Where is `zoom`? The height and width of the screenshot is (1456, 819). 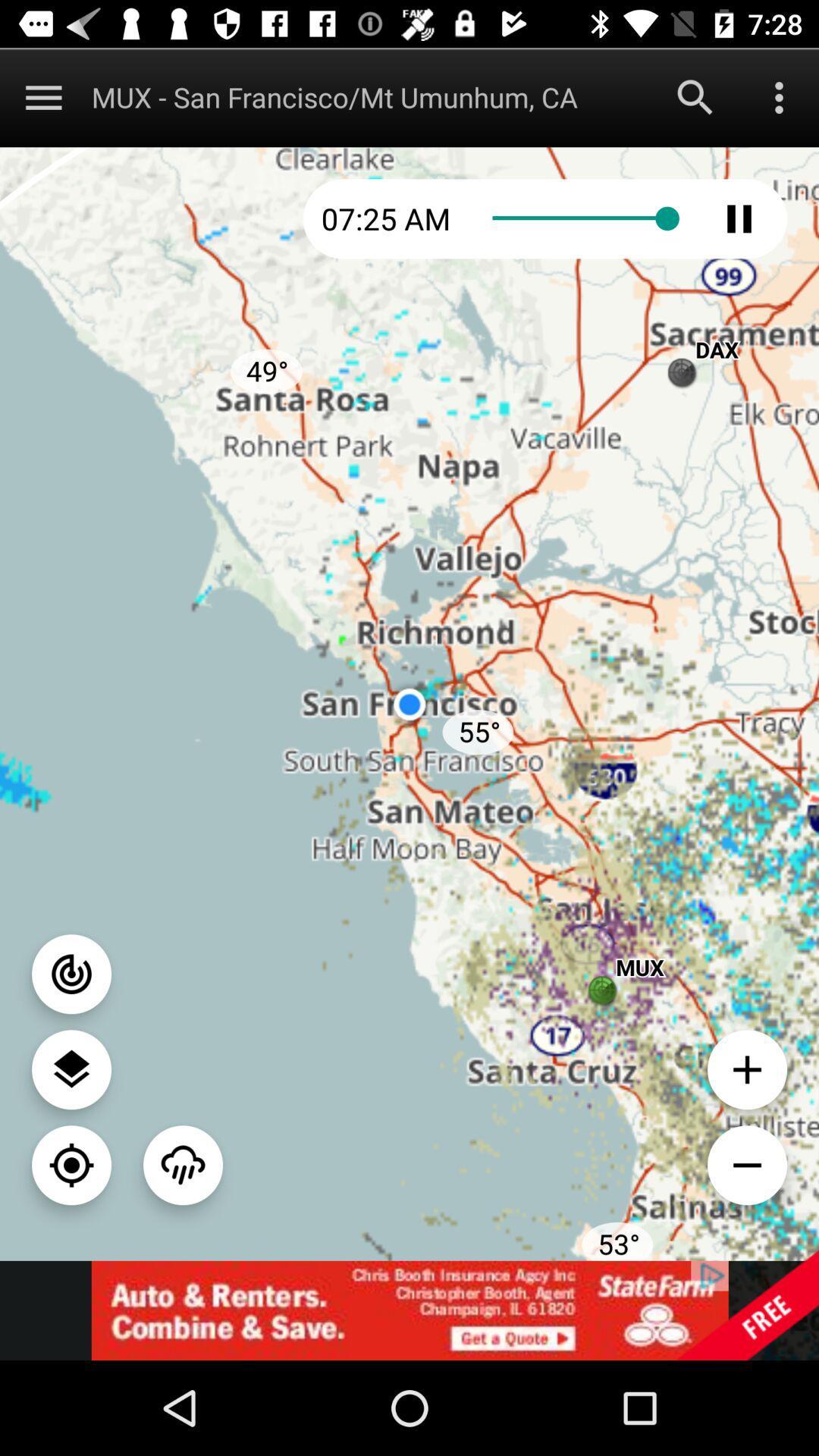
zoom is located at coordinates (746, 1068).